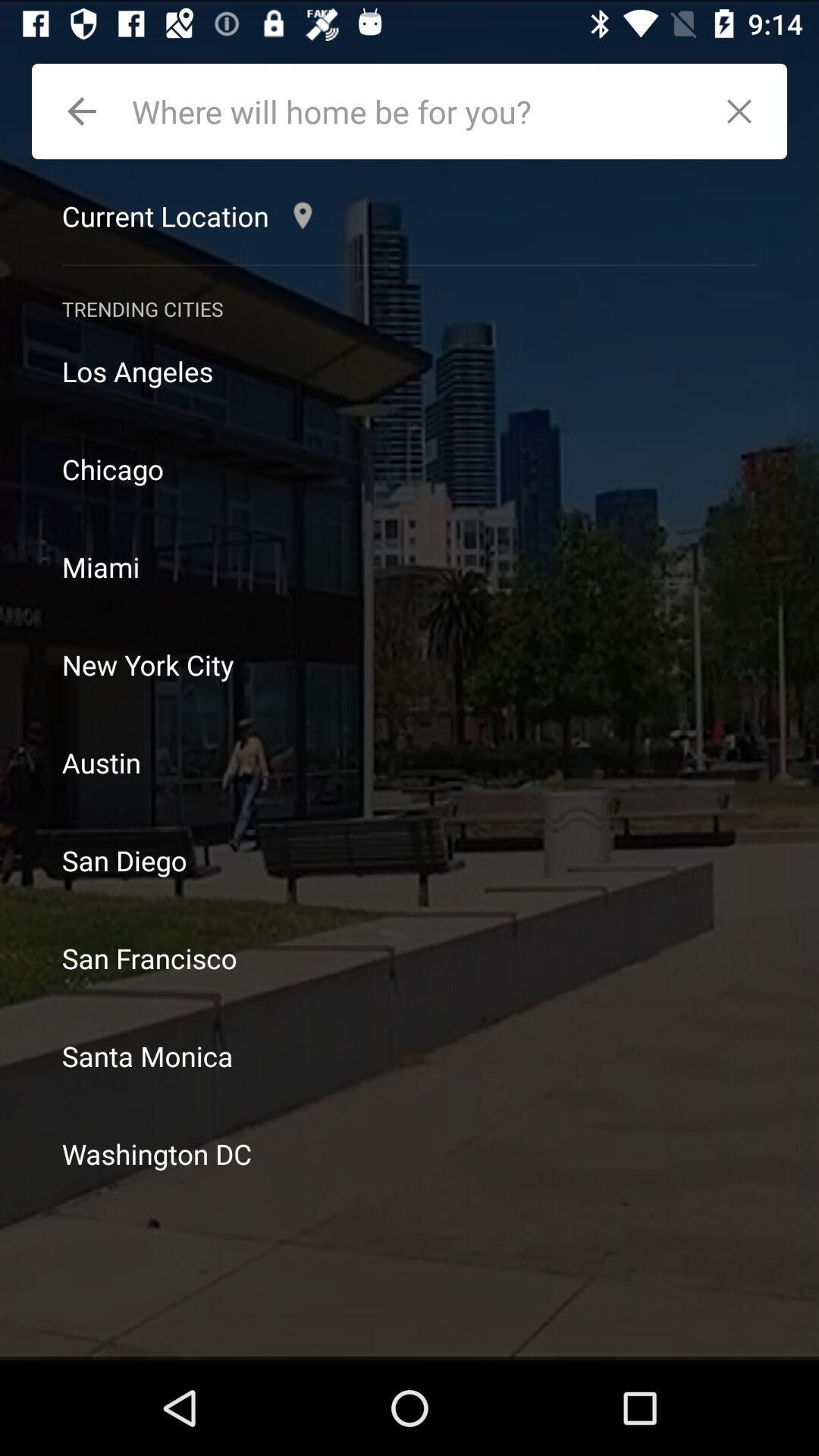 This screenshot has height=1456, width=819. Describe the element at coordinates (409, 468) in the screenshot. I see `chicago icon` at that location.